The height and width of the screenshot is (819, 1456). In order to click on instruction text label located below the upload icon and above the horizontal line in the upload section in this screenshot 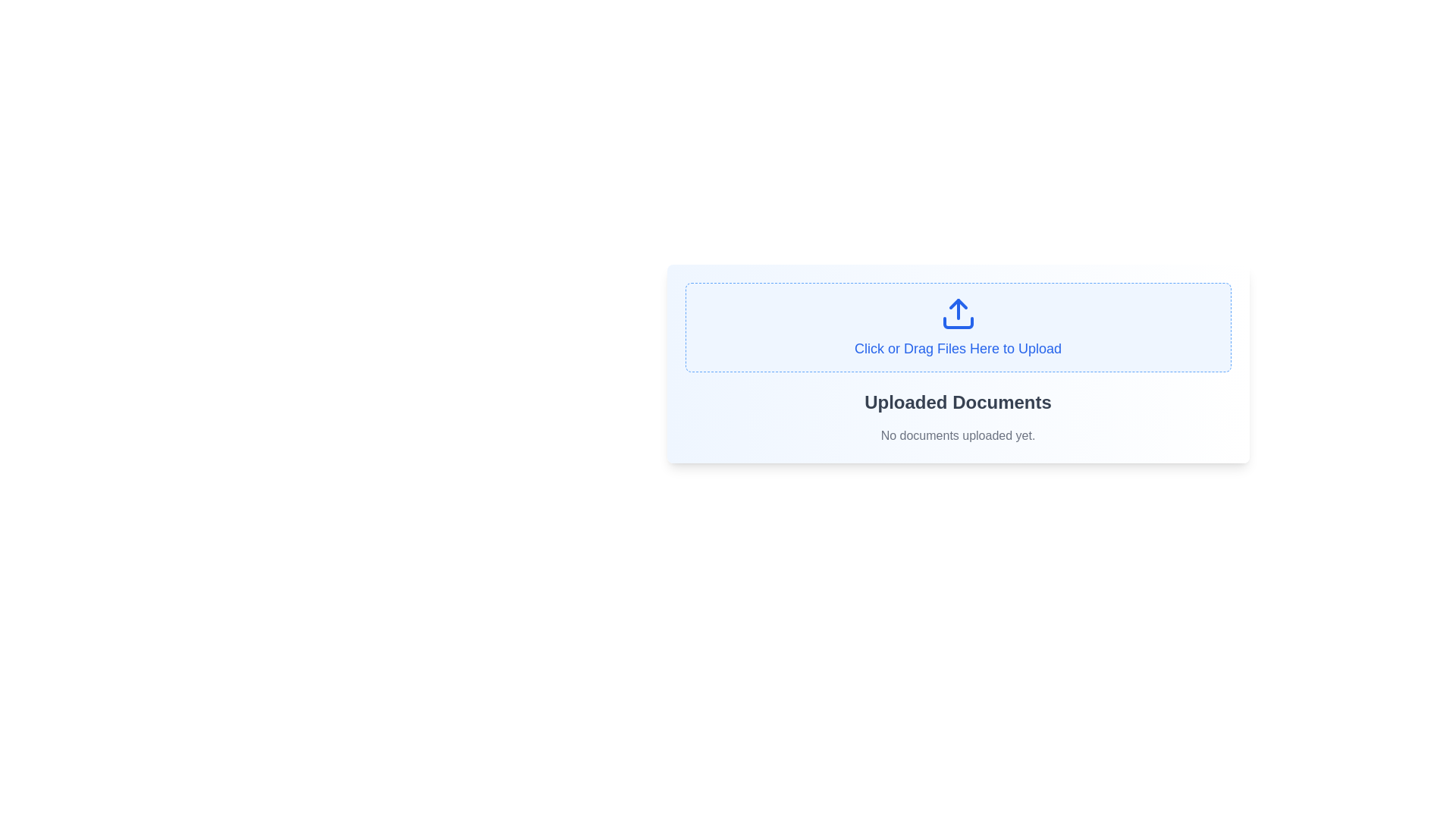, I will do `click(957, 348)`.